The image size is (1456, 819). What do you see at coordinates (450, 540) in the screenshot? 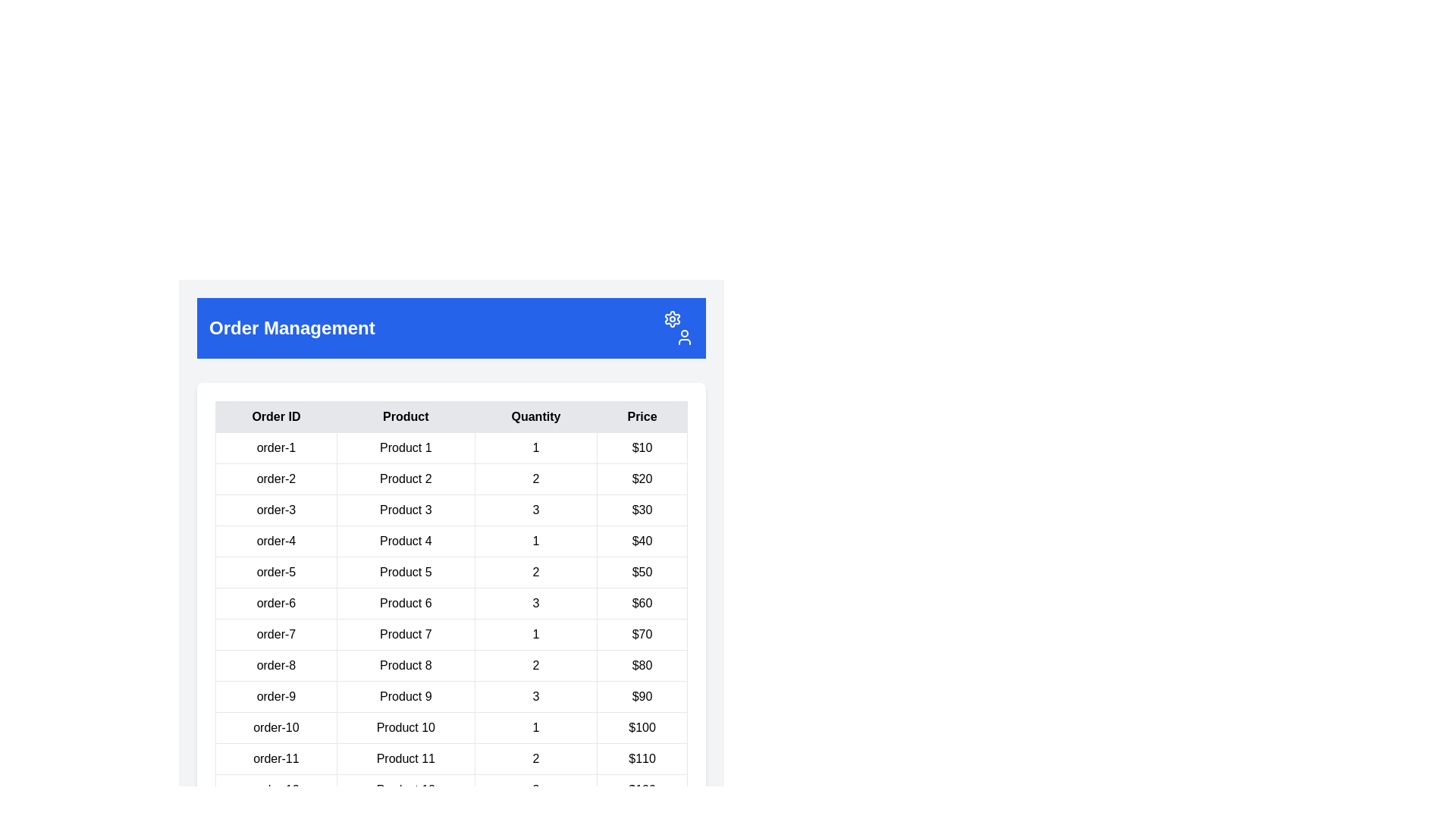
I see `the fourth row of the table that displays order details for 'Product 4' to initiate editing` at bounding box center [450, 540].